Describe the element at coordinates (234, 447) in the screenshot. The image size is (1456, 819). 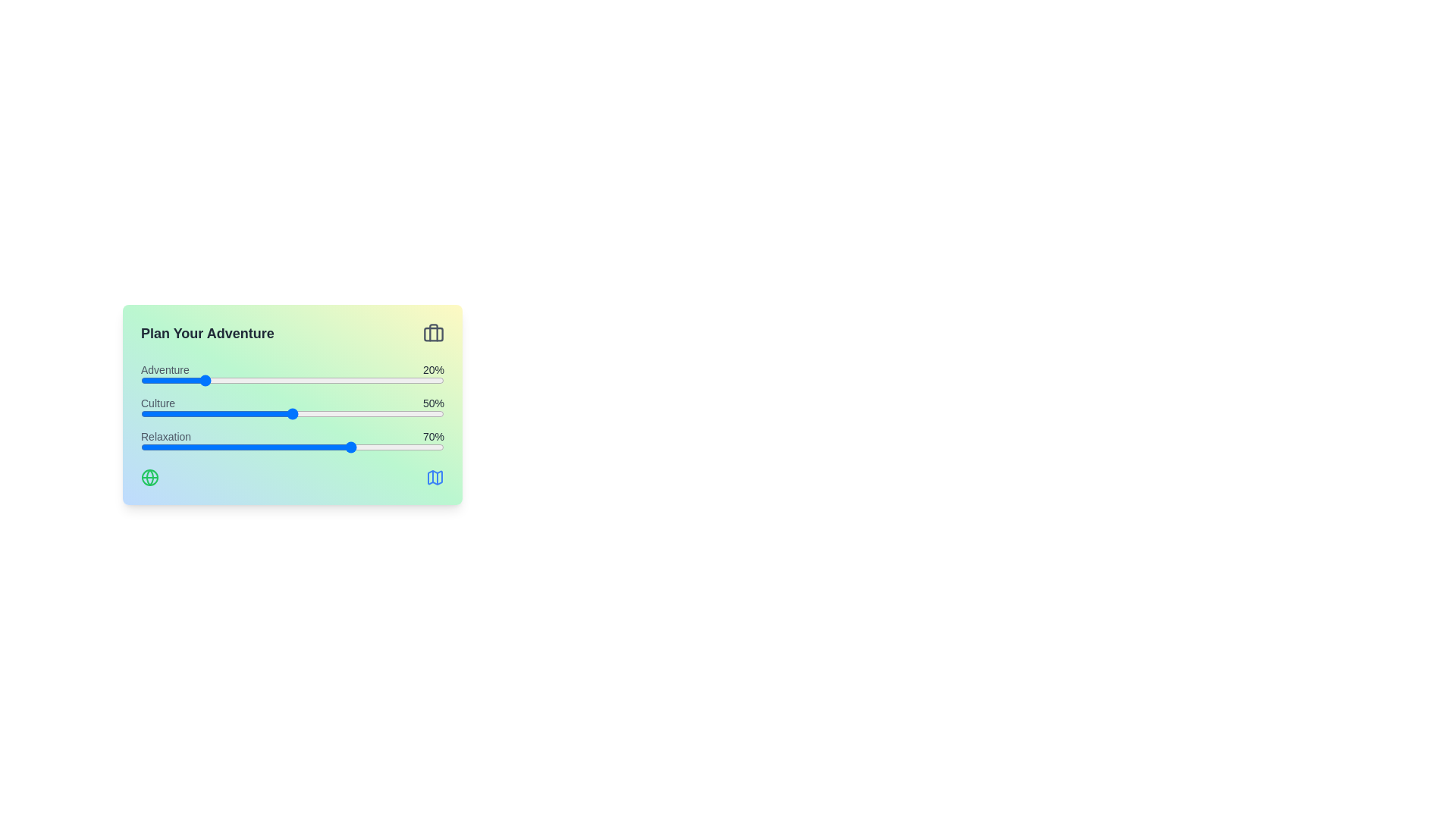
I see `the 'Relaxation' slider to 31%` at that location.